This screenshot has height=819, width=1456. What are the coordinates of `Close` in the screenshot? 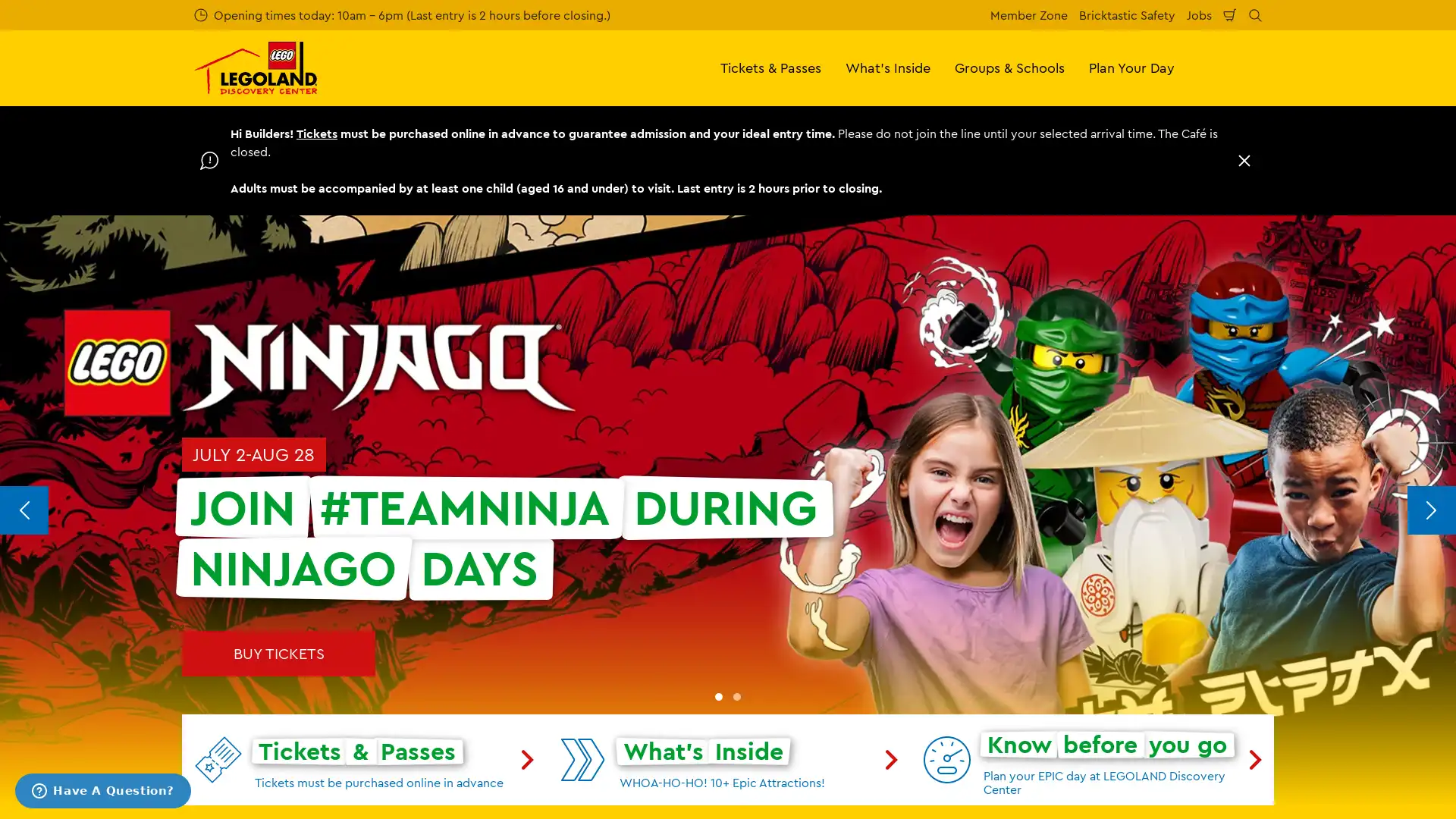 It's located at (1244, 161).